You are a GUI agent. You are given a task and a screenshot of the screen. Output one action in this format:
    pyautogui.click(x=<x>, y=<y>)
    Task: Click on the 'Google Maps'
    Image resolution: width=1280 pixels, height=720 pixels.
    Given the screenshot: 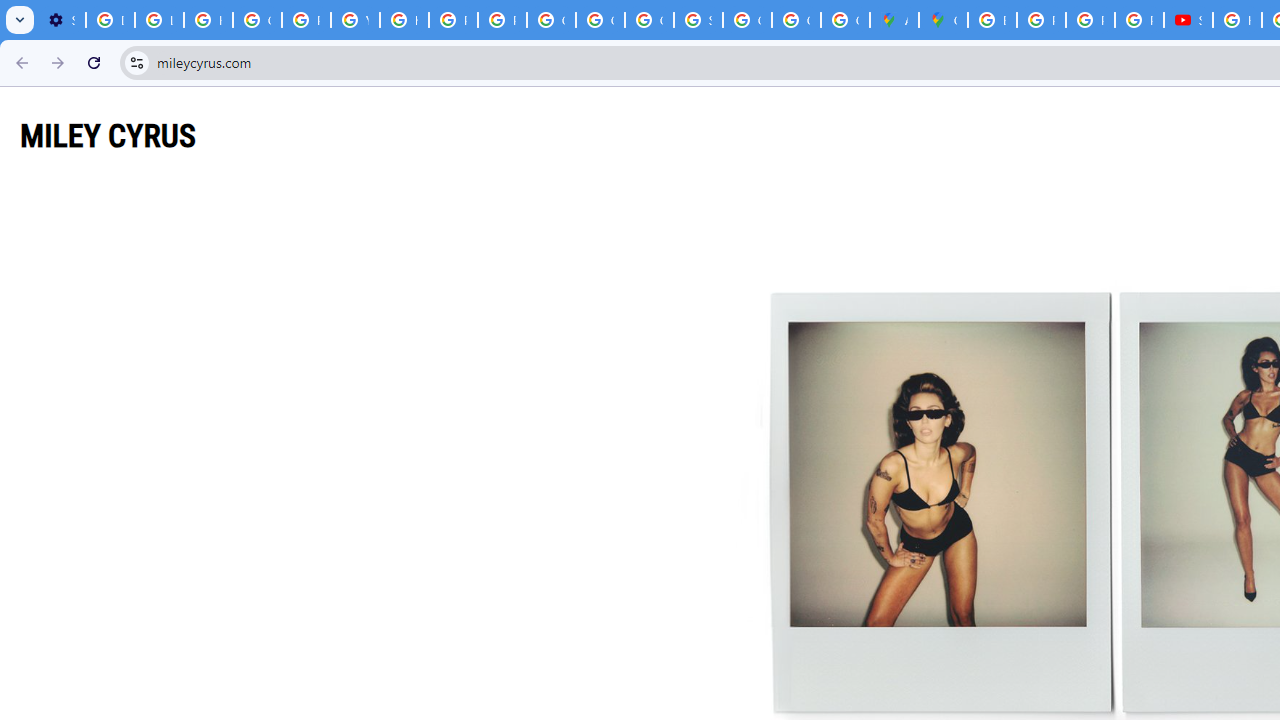 What is the action you would take?
    pyautogui.click(x=942, y=20)
    